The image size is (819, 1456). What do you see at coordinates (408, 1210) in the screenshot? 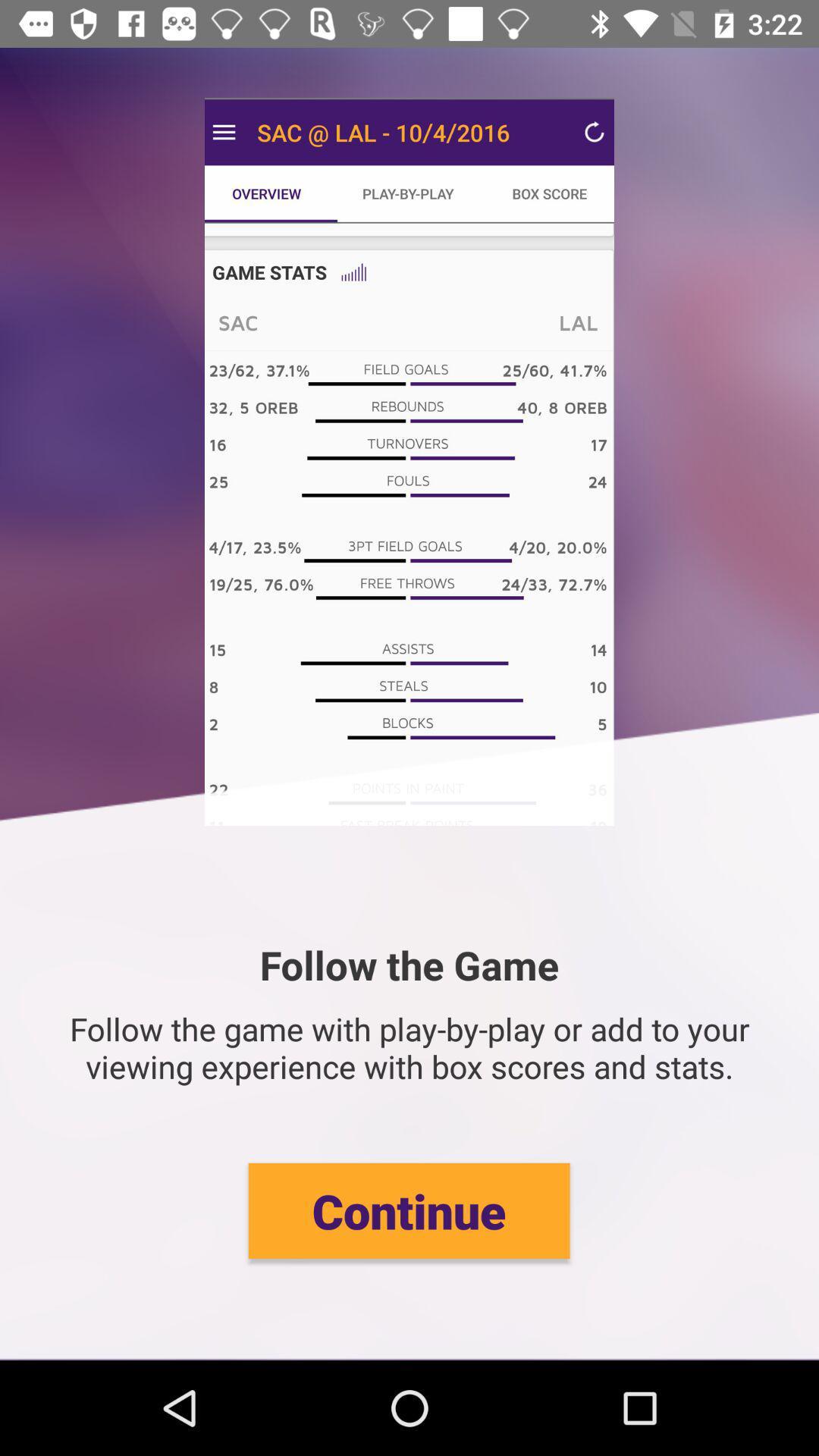
I see `the icon below the follow the game item` at bounding box center [408, 1210].